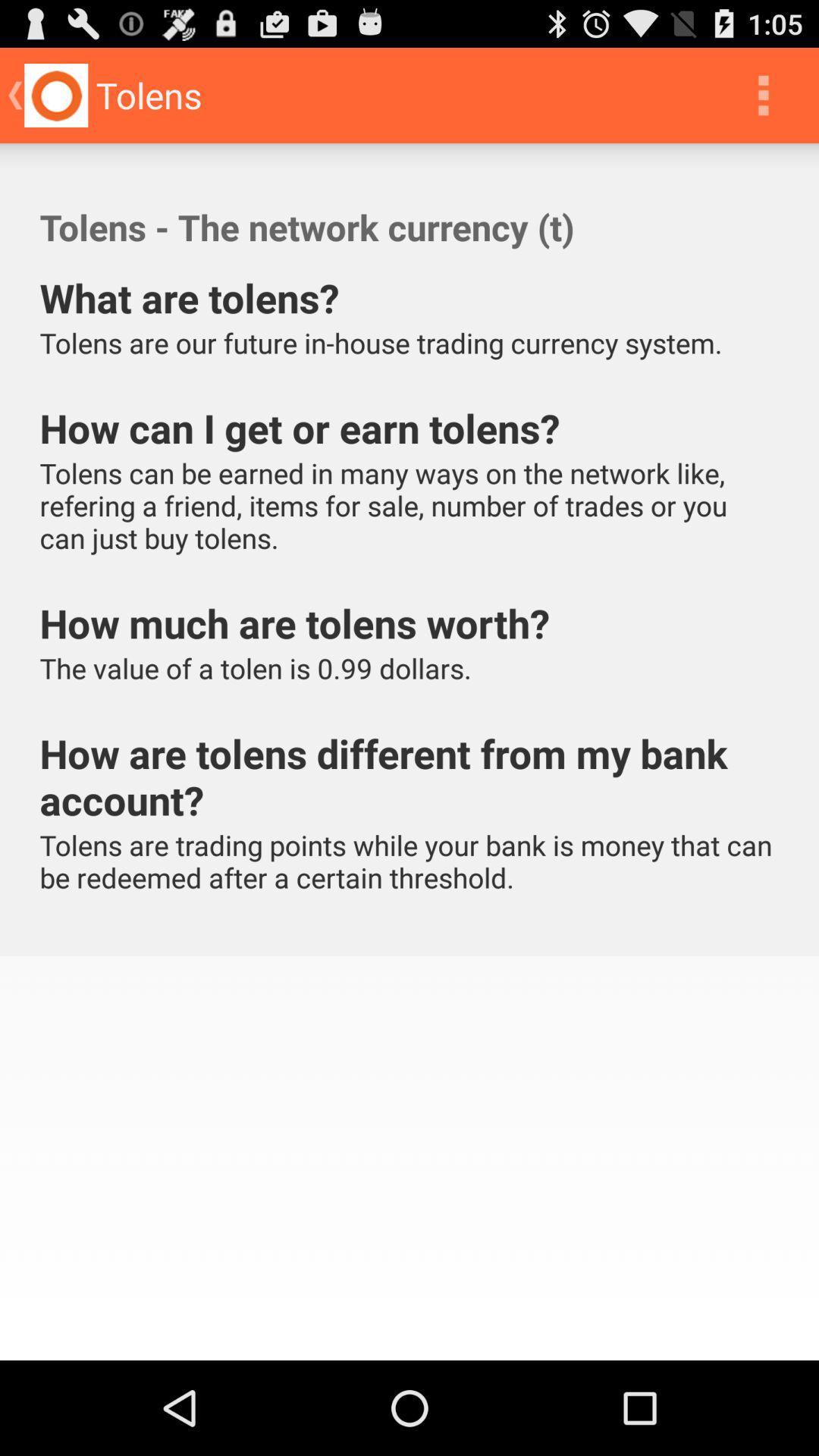  I want to click on item at the top right corner, so click(763, 94).